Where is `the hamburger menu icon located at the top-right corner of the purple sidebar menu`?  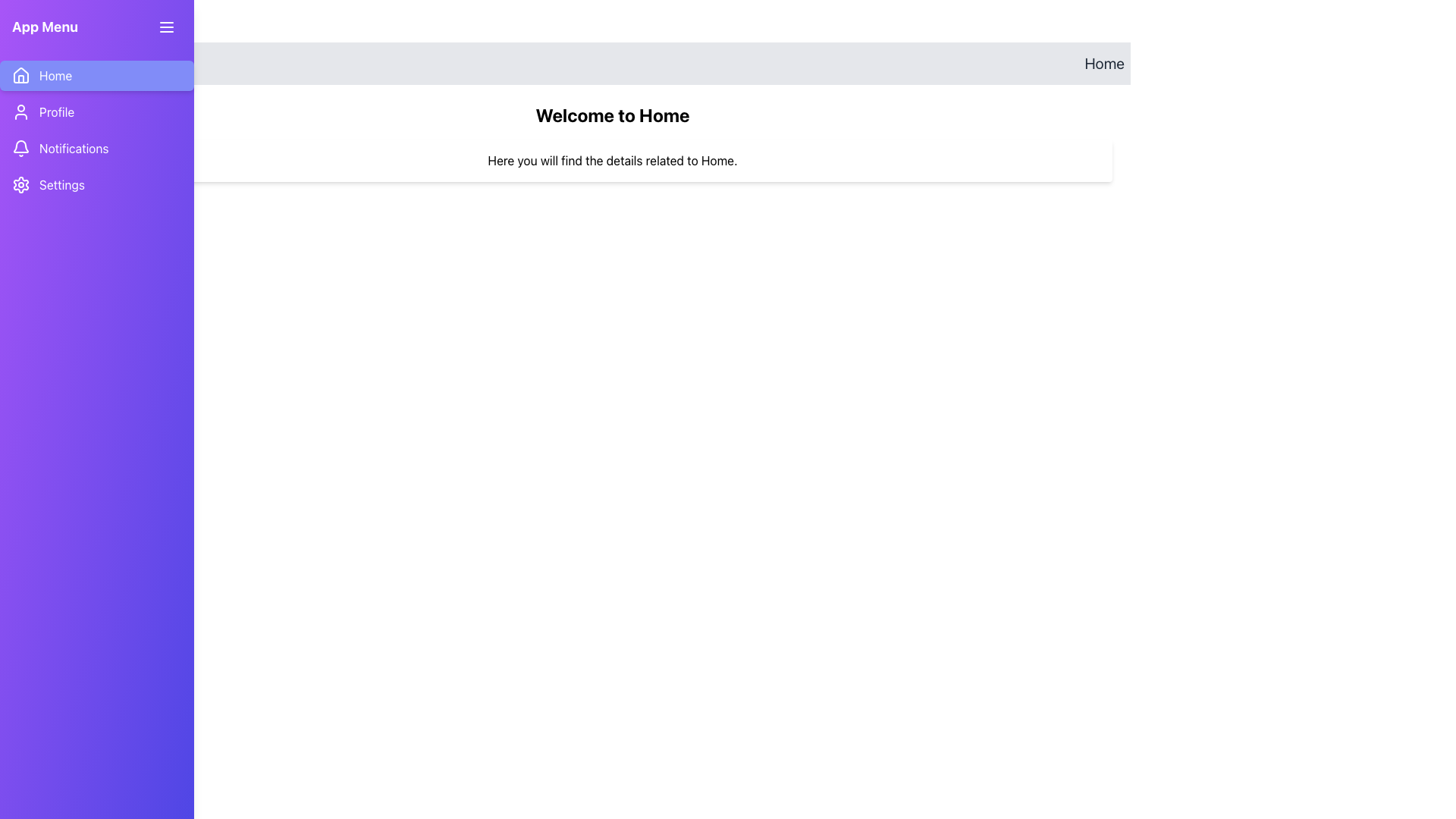 the hamburger menu icon located at the top-right corner of the purple sidebar menu is located at coordinates (167, 27).